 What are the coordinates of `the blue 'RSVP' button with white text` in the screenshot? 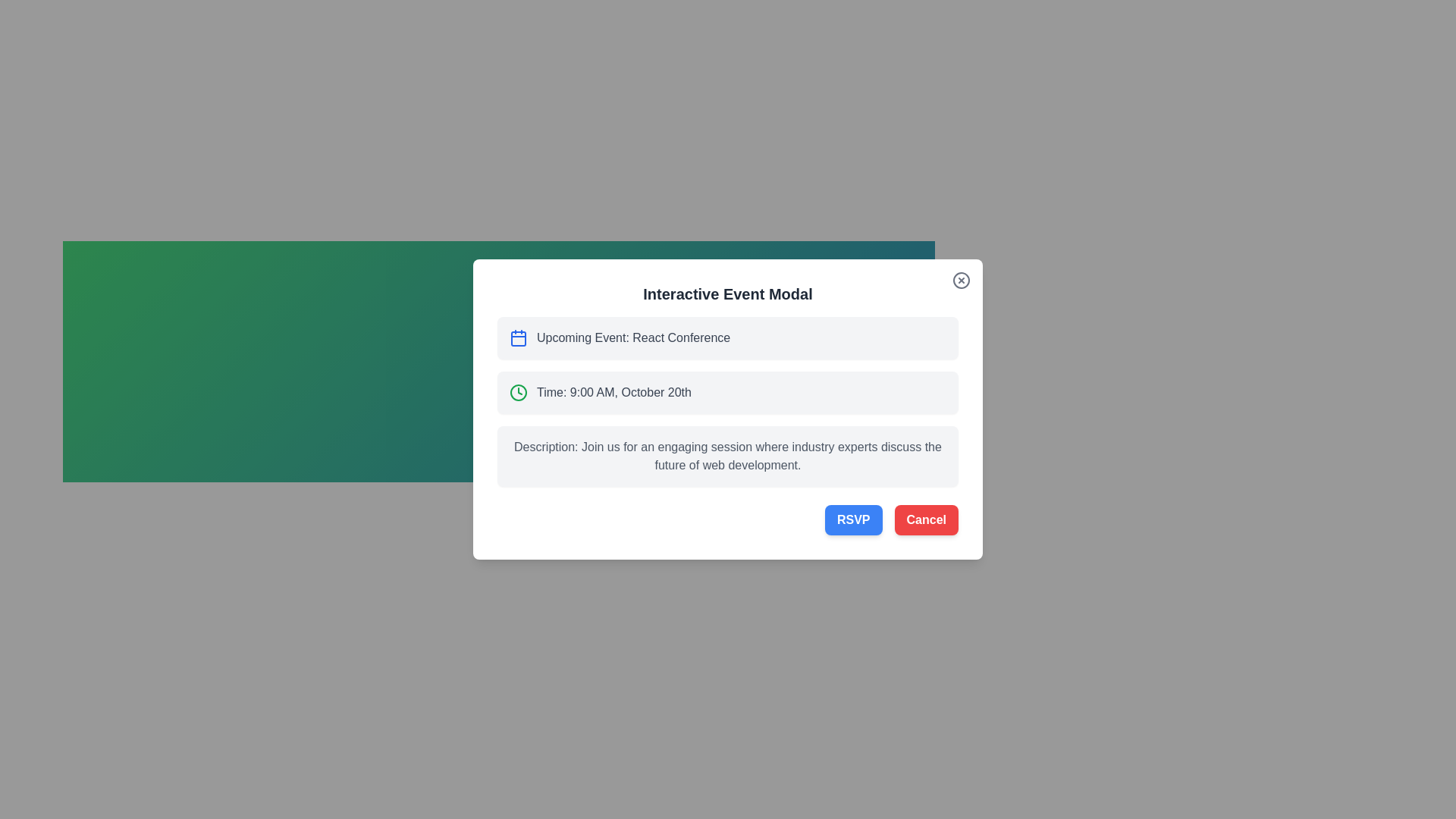 It's located at (853, 519).